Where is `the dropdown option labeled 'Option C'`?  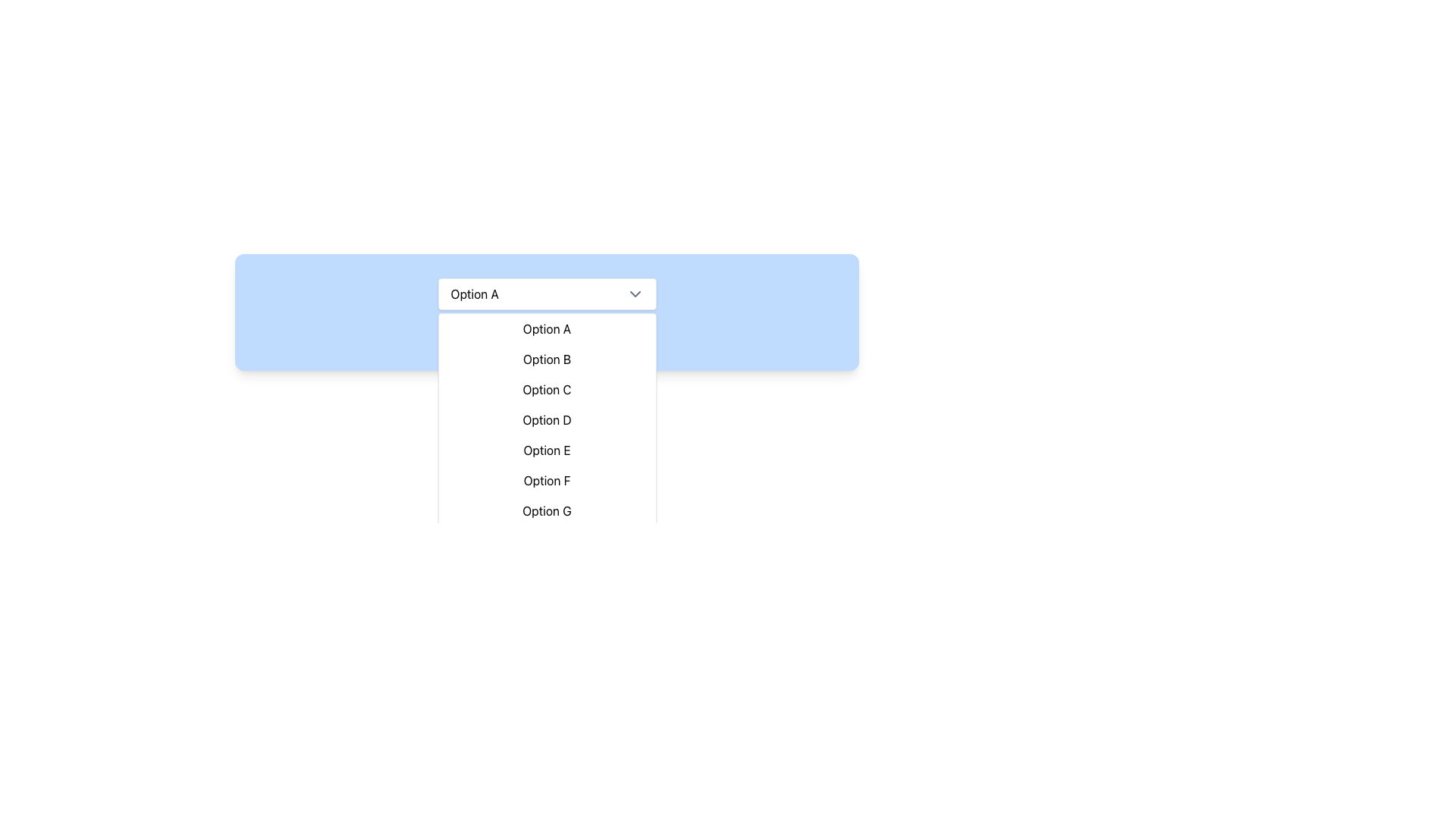 the dropdown option labeled 'Option C' is located at coordinates (546, 388).